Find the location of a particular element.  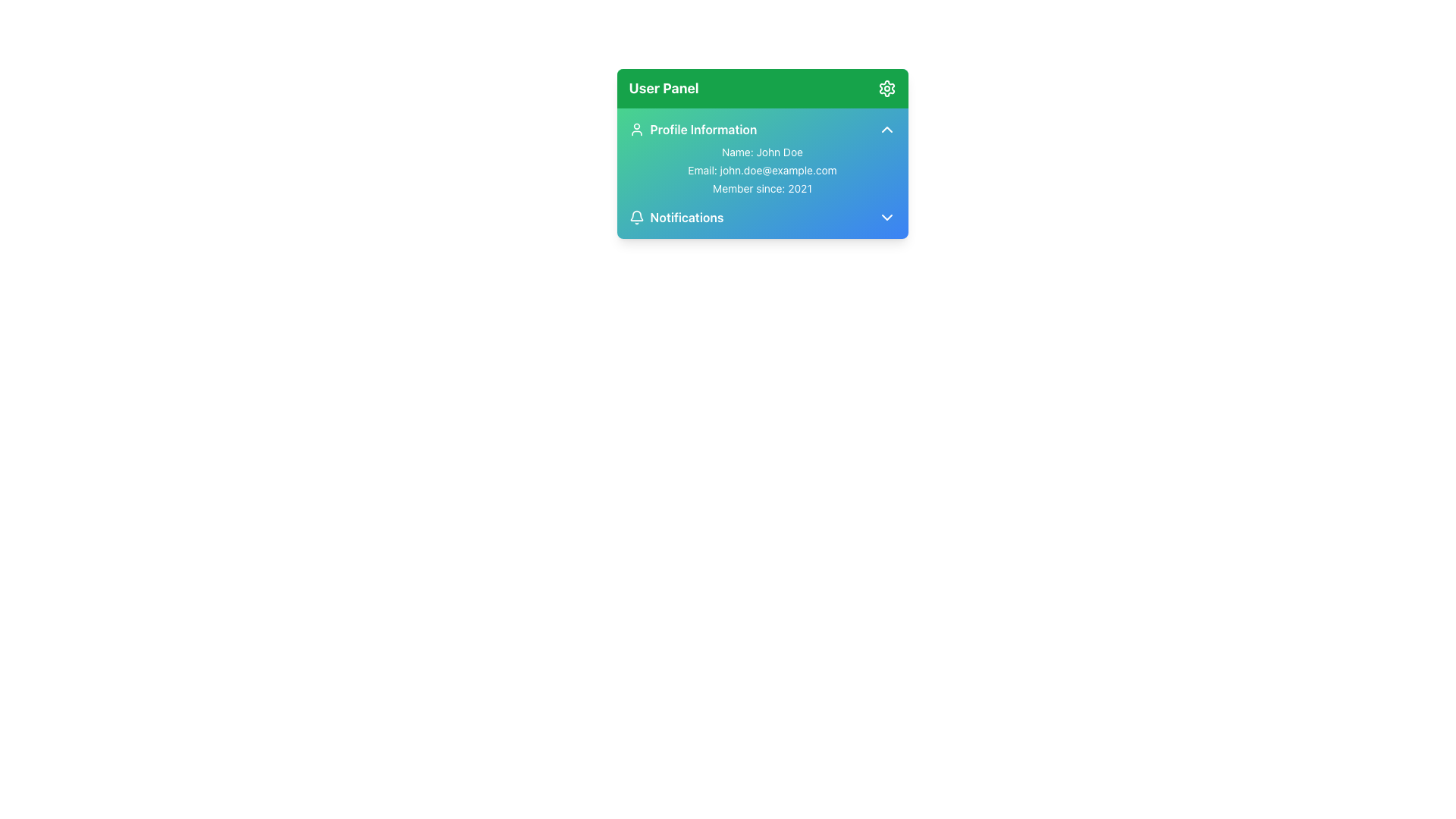

the user or profile information icon located in the top-left corner of the Profile Information section is located at coordinates (636, 128).